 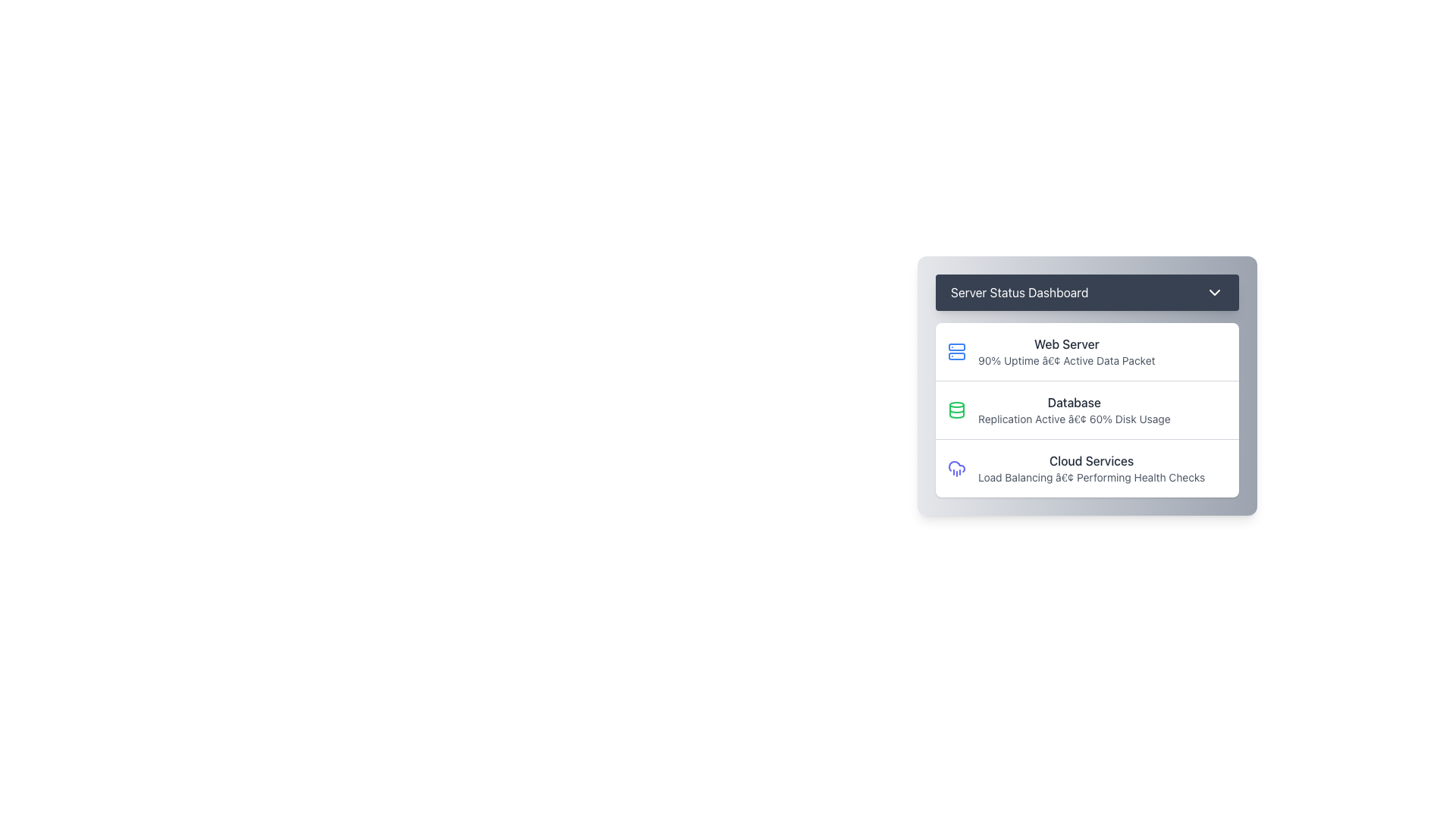 I want to click on text contained in the Information Card titled 'Web Server', which displays '90% Uptime • Active Data Packet', so click(x=1087, y=351).